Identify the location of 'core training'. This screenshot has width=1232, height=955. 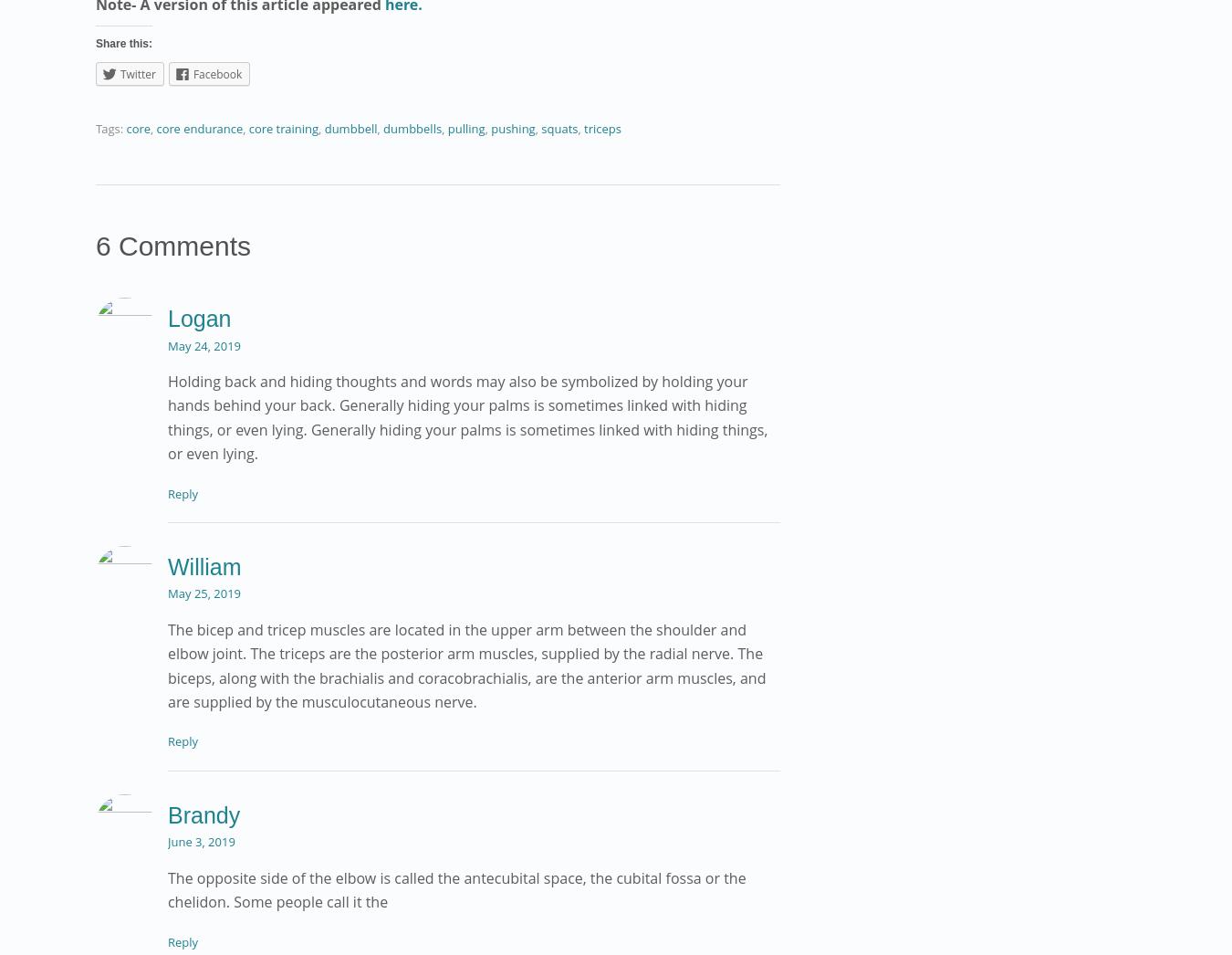
(282, 126).